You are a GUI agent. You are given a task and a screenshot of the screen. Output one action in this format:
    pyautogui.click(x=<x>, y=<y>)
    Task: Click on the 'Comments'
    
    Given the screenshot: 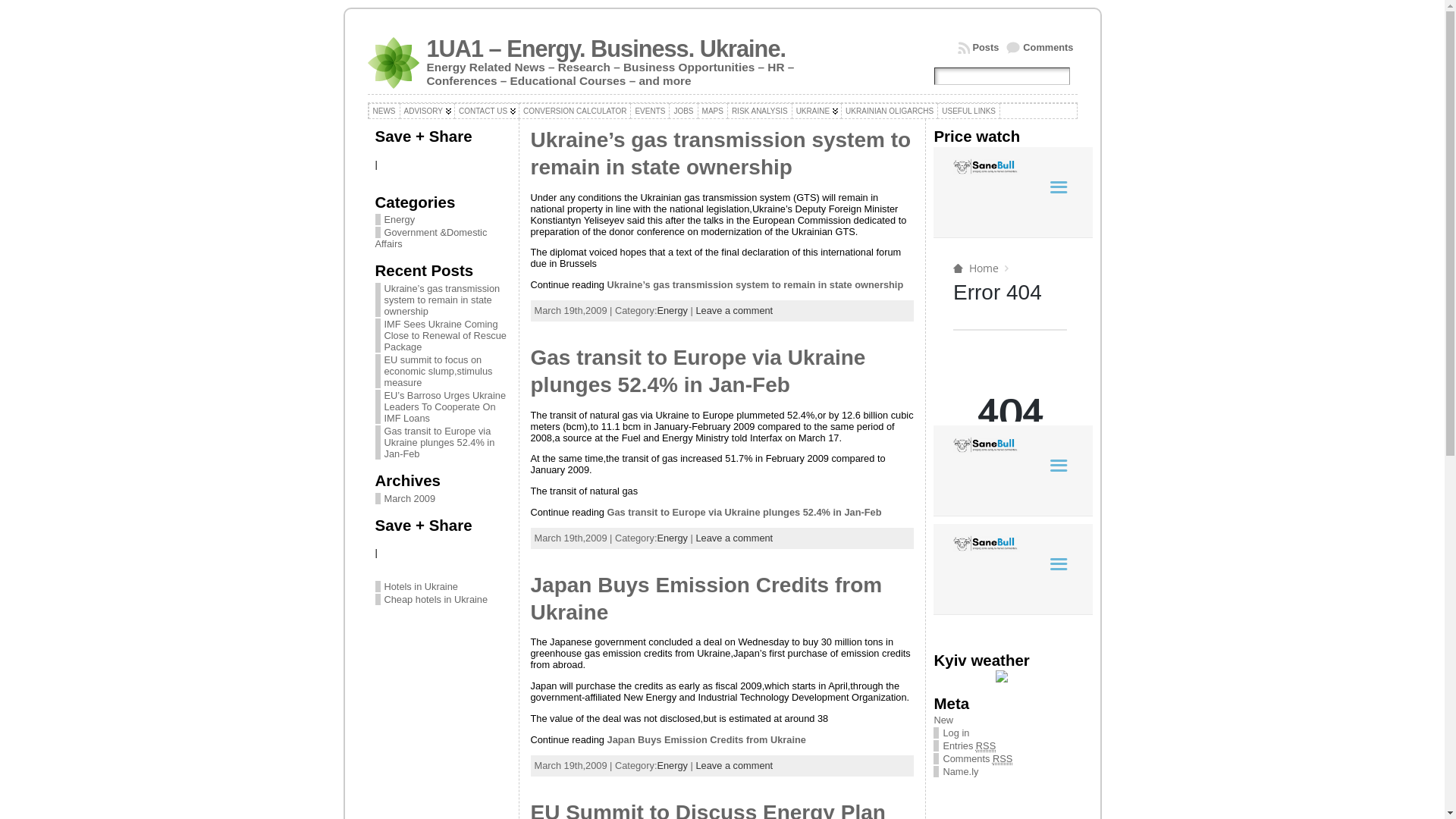 What is the action you would take?
    pyautogui.click(x=1039, y=46)
    